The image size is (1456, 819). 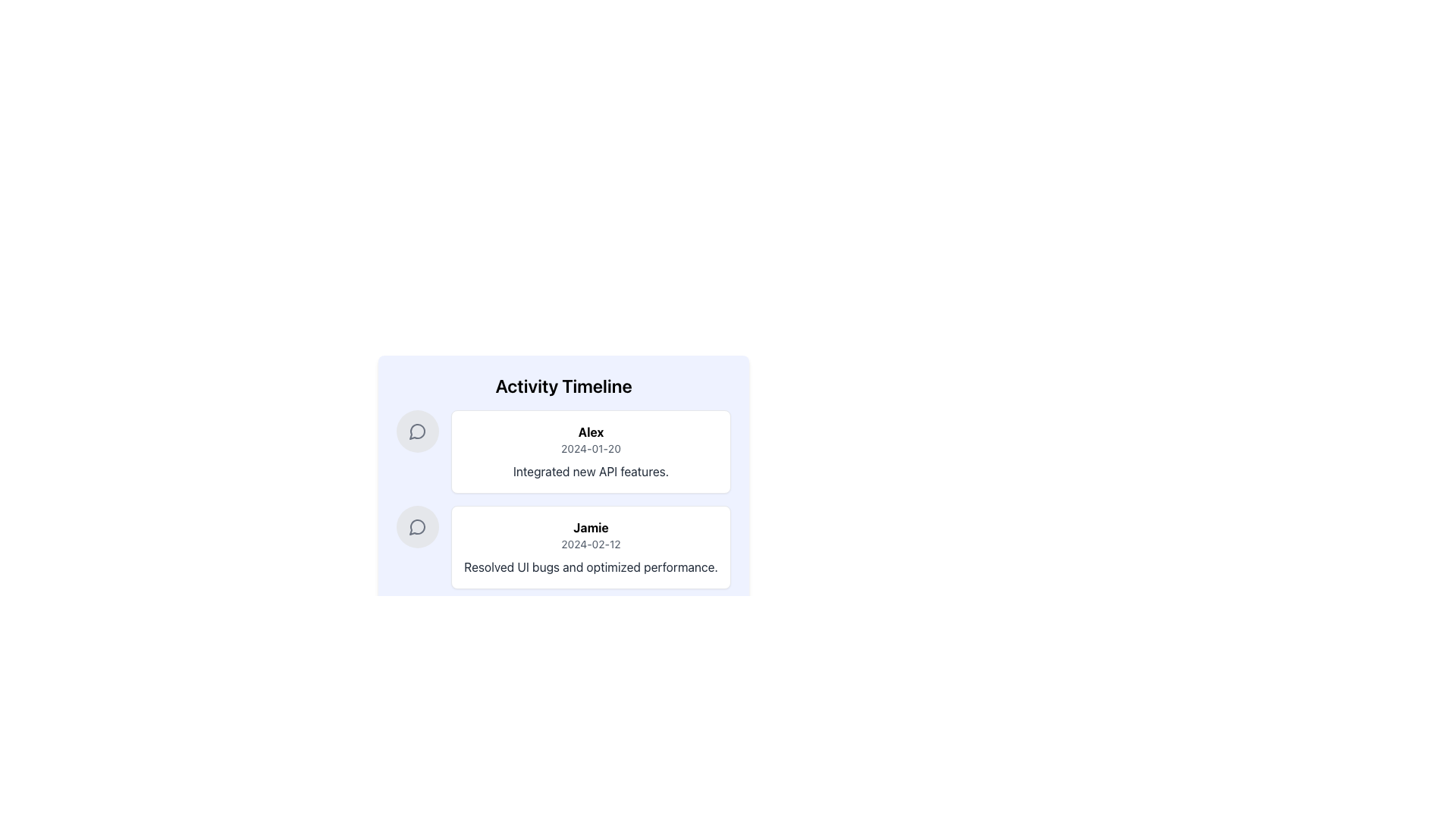 What do you see at coordinates (590, 547) in the screenshot?
I see `the second Information Card in the Activity Timeline section` at bounding box center [590, 547].